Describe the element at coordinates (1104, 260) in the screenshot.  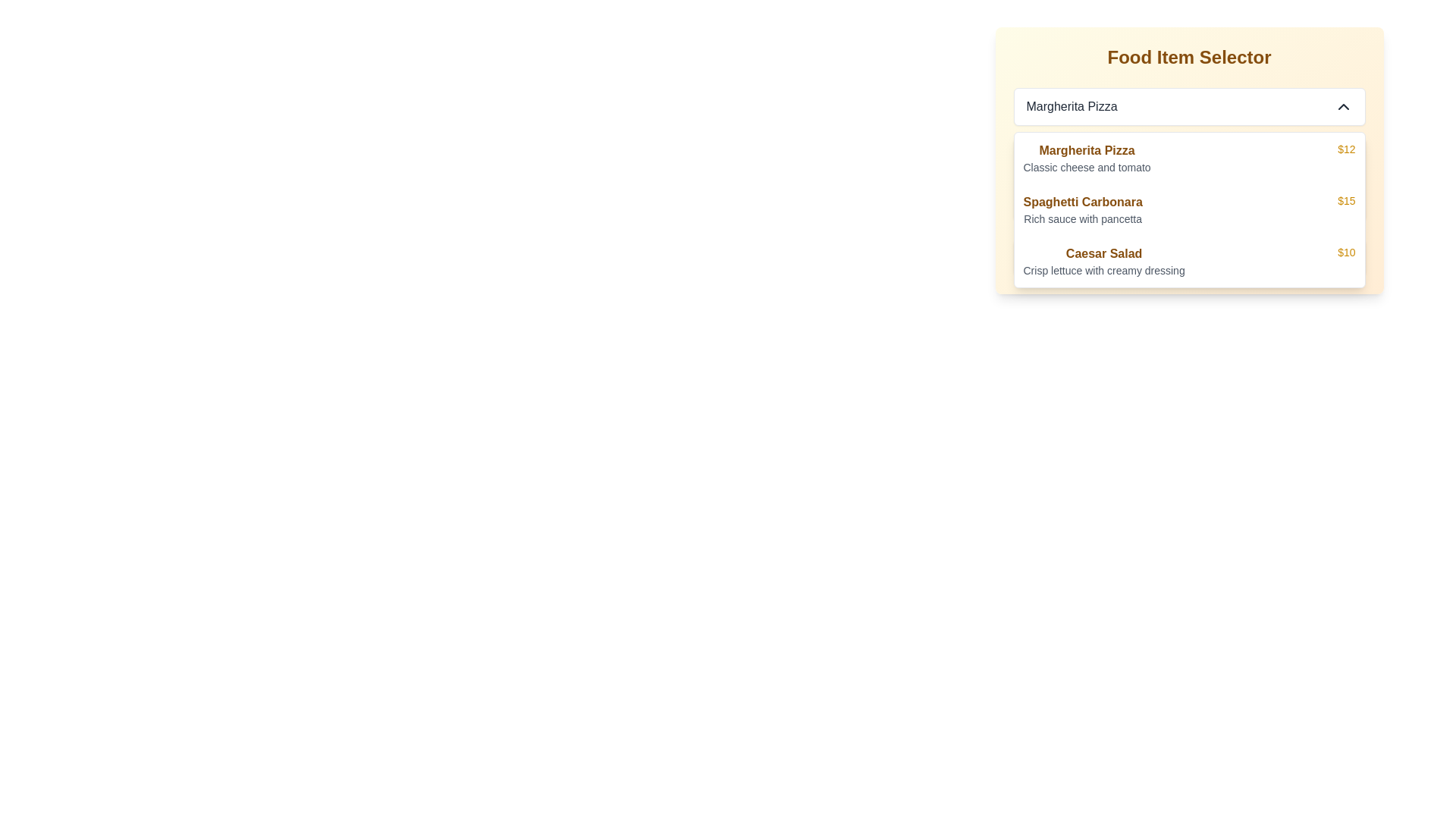
I see `the 'Caesar Salad' menu item` at that location.